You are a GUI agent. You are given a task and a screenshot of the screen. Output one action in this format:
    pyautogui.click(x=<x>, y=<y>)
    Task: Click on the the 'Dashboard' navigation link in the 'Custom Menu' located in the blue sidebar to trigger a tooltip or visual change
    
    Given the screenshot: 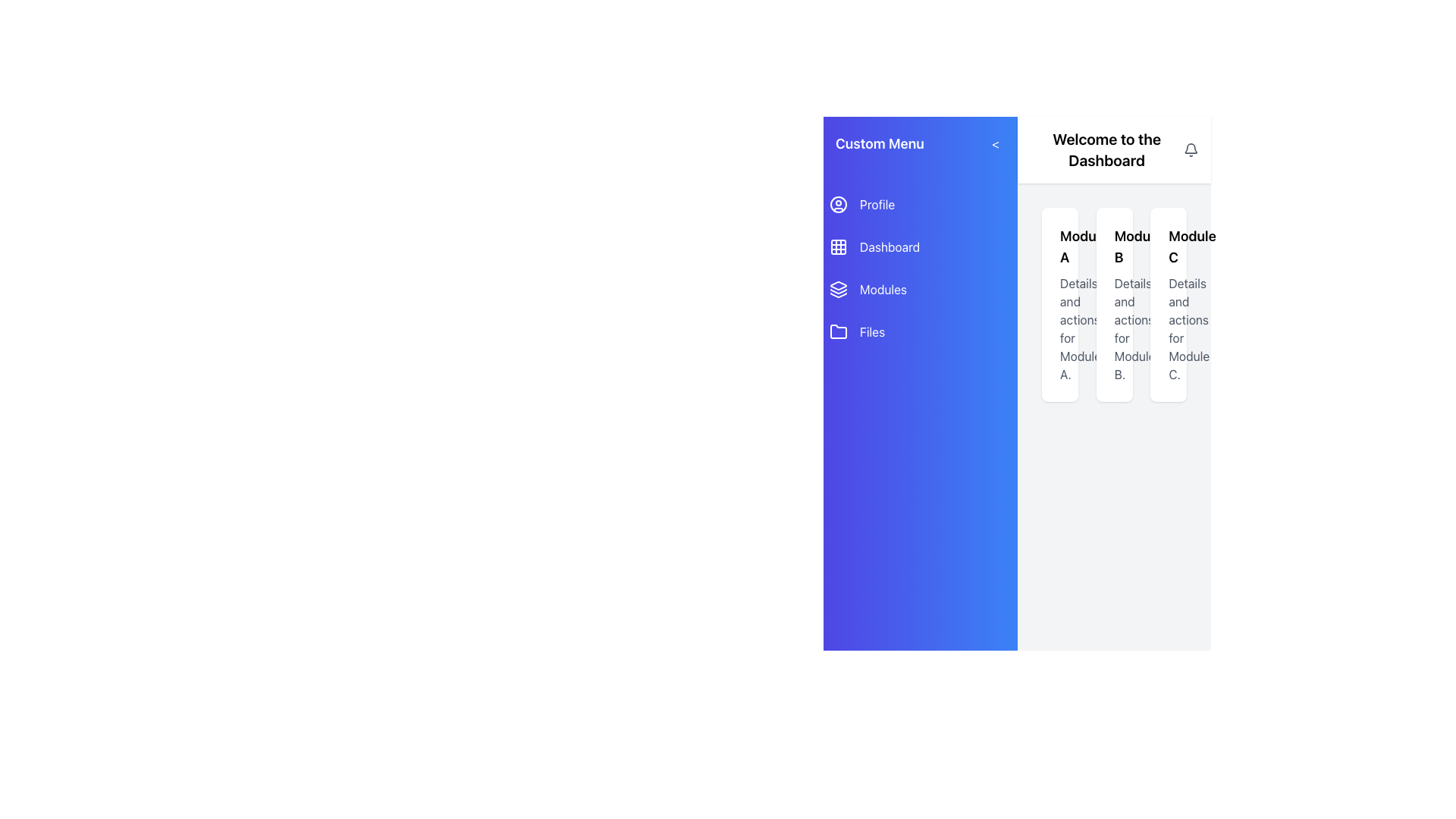 What is the action you would take?
    pyautogui.click(x=890, y=246)
    